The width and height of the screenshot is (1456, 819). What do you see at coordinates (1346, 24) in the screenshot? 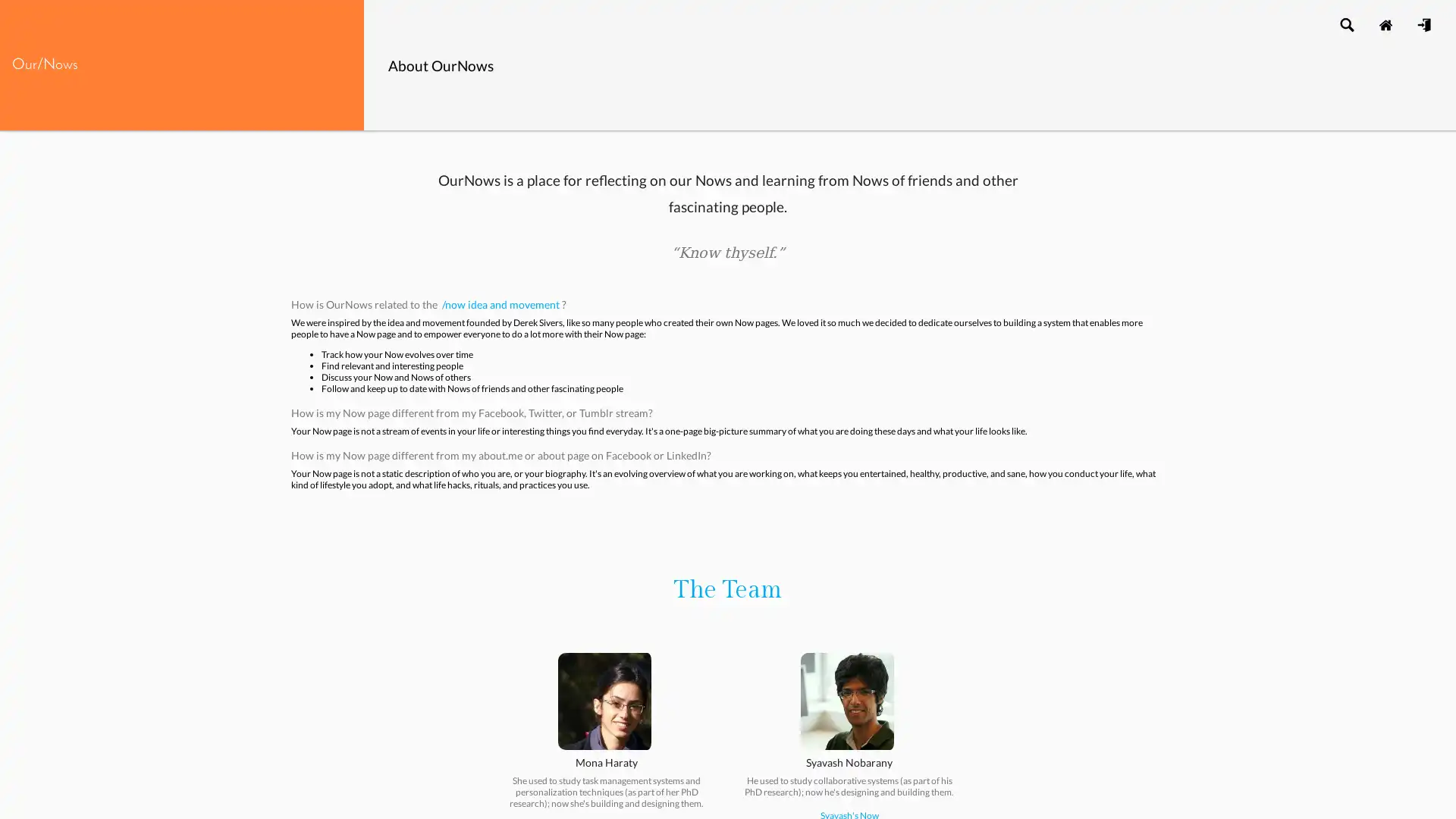
I see `Search` at bounding box center [1346, 24].